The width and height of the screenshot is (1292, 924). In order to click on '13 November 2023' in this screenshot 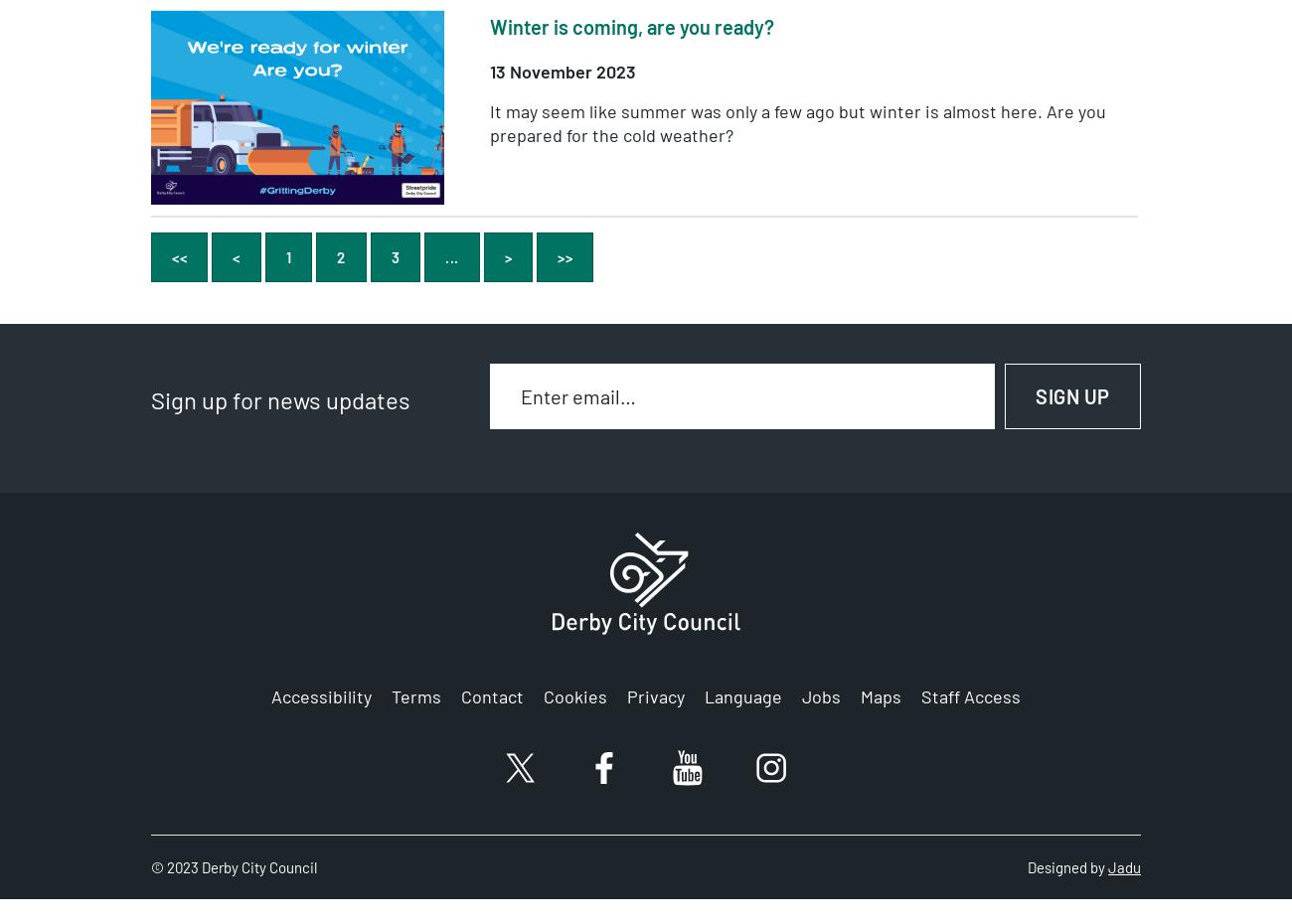, I will do `click(562, 70)`.